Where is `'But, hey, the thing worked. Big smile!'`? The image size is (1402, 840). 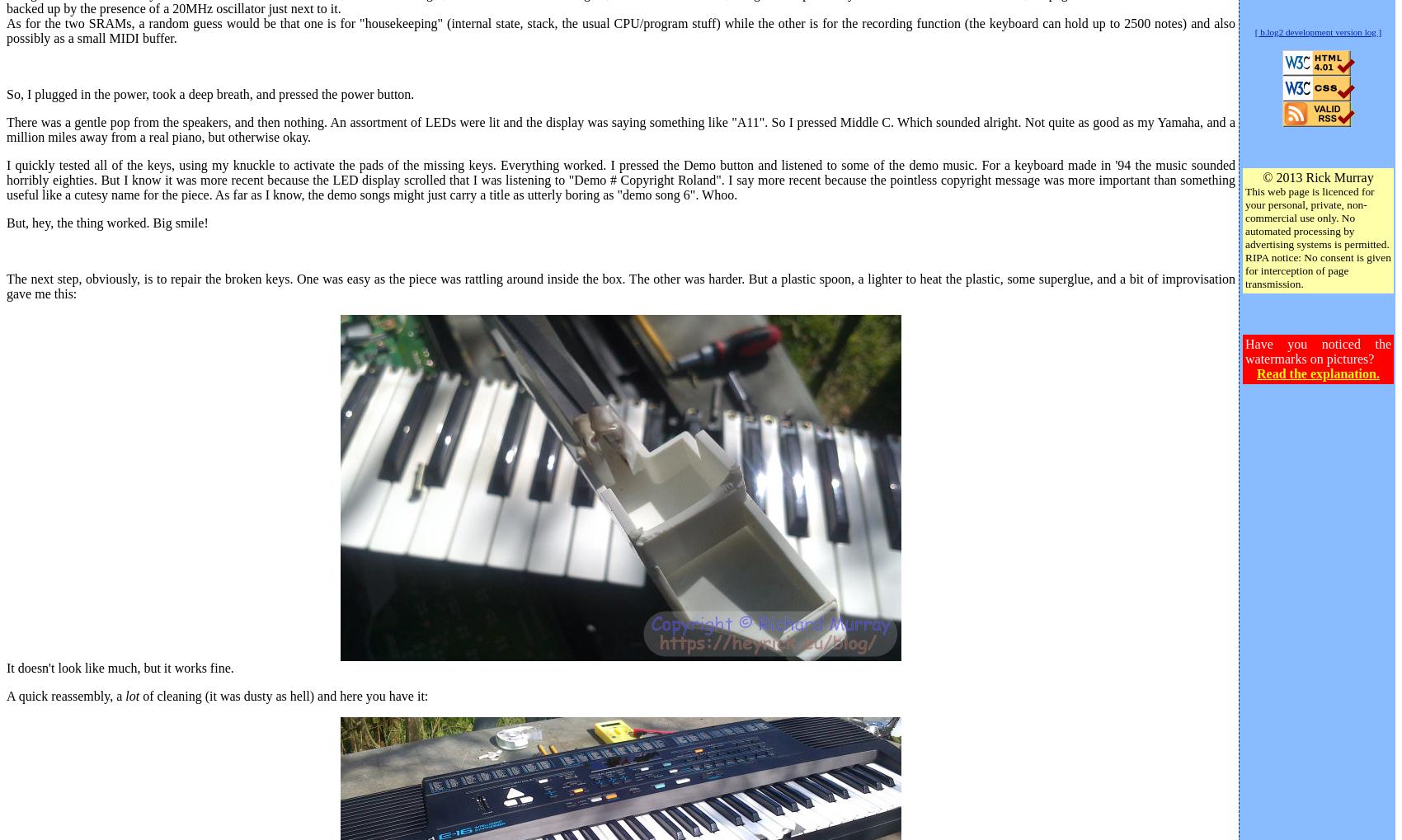 'But, hey, the thing worked. Big smile!' is located at coordinates (6, 222).